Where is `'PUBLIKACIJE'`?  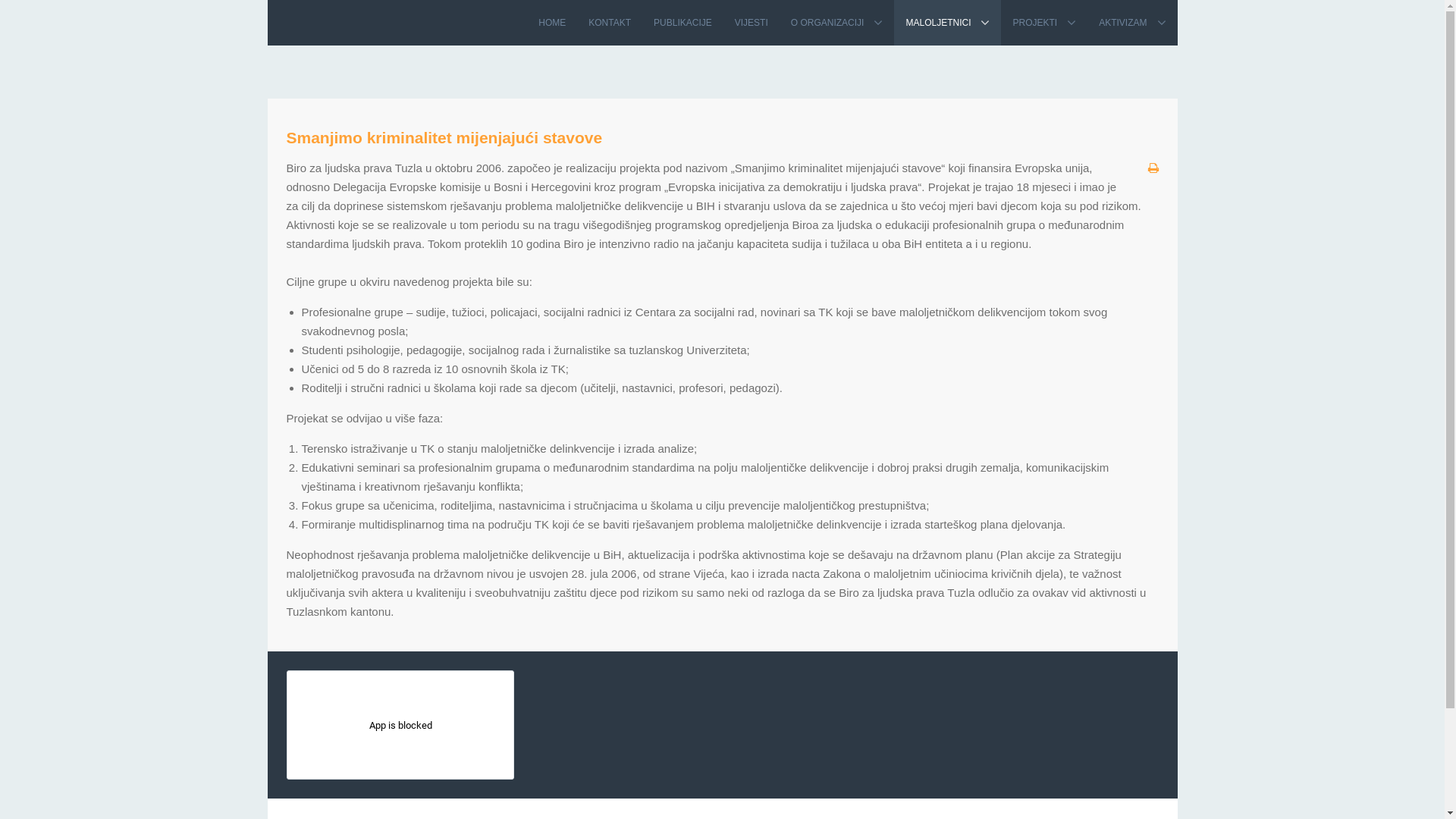
'PUBLIKACIJE' is located at coordinates (642, 23).